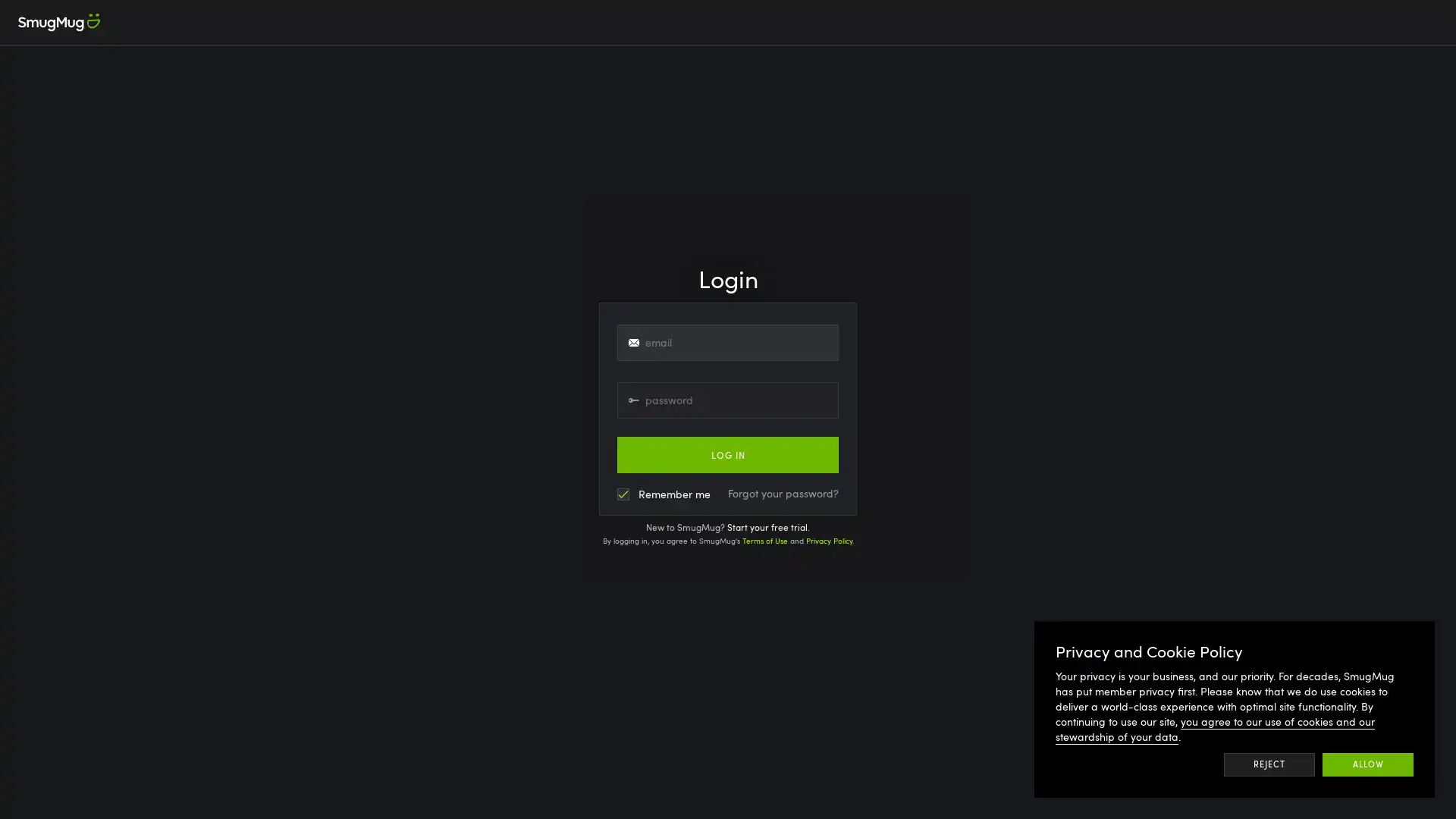 Image resolution: width=1456 pixels, height=819 pixels. What do you see at coordinates (664, 494) in the screenshot?
I see `Remember me` at bounding box center [664, 494].